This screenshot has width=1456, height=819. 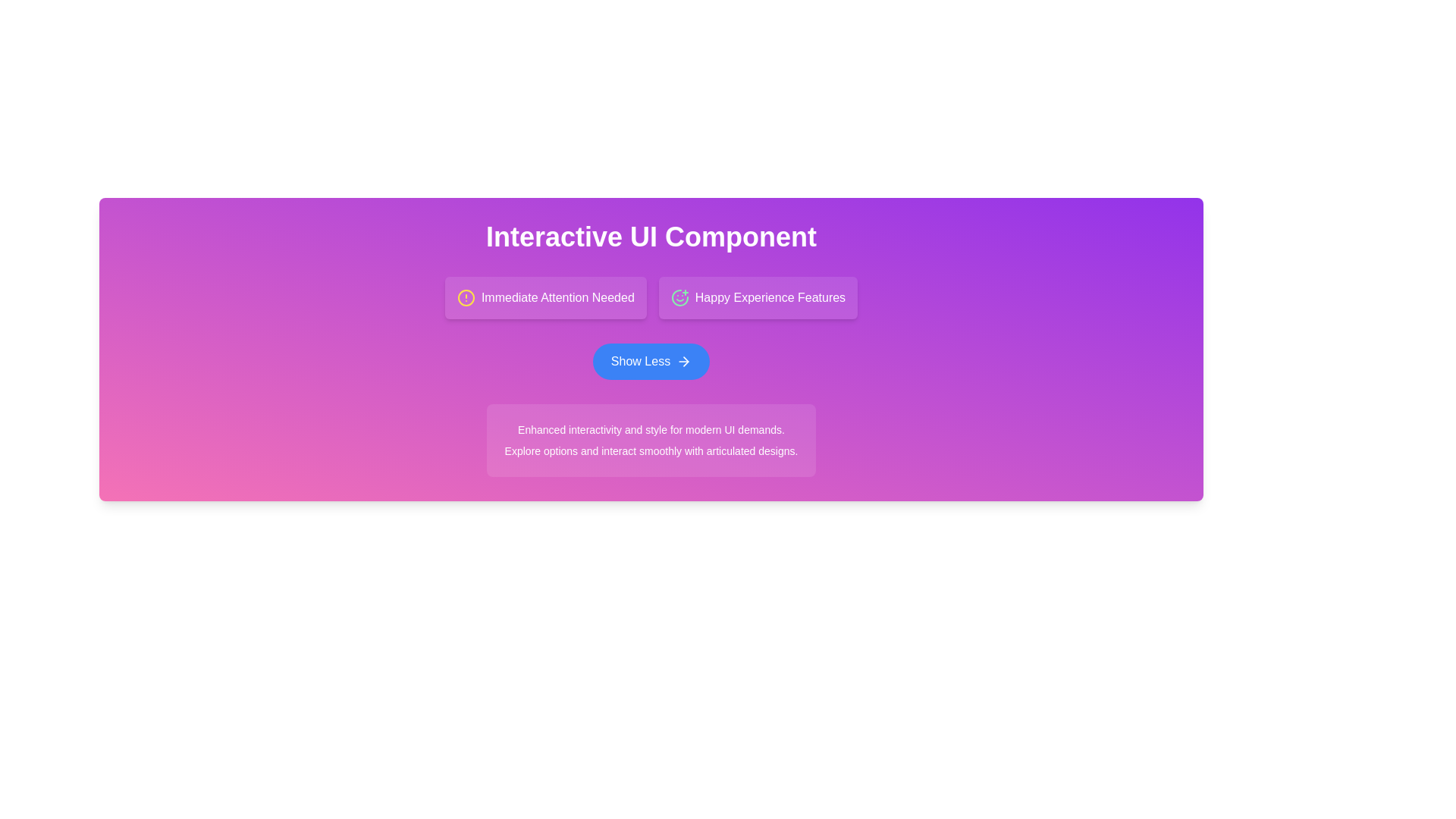 I want to click on the 'Show Less' button with a blue background and white text to observe interactivity effects, so click(x=651, y=362).